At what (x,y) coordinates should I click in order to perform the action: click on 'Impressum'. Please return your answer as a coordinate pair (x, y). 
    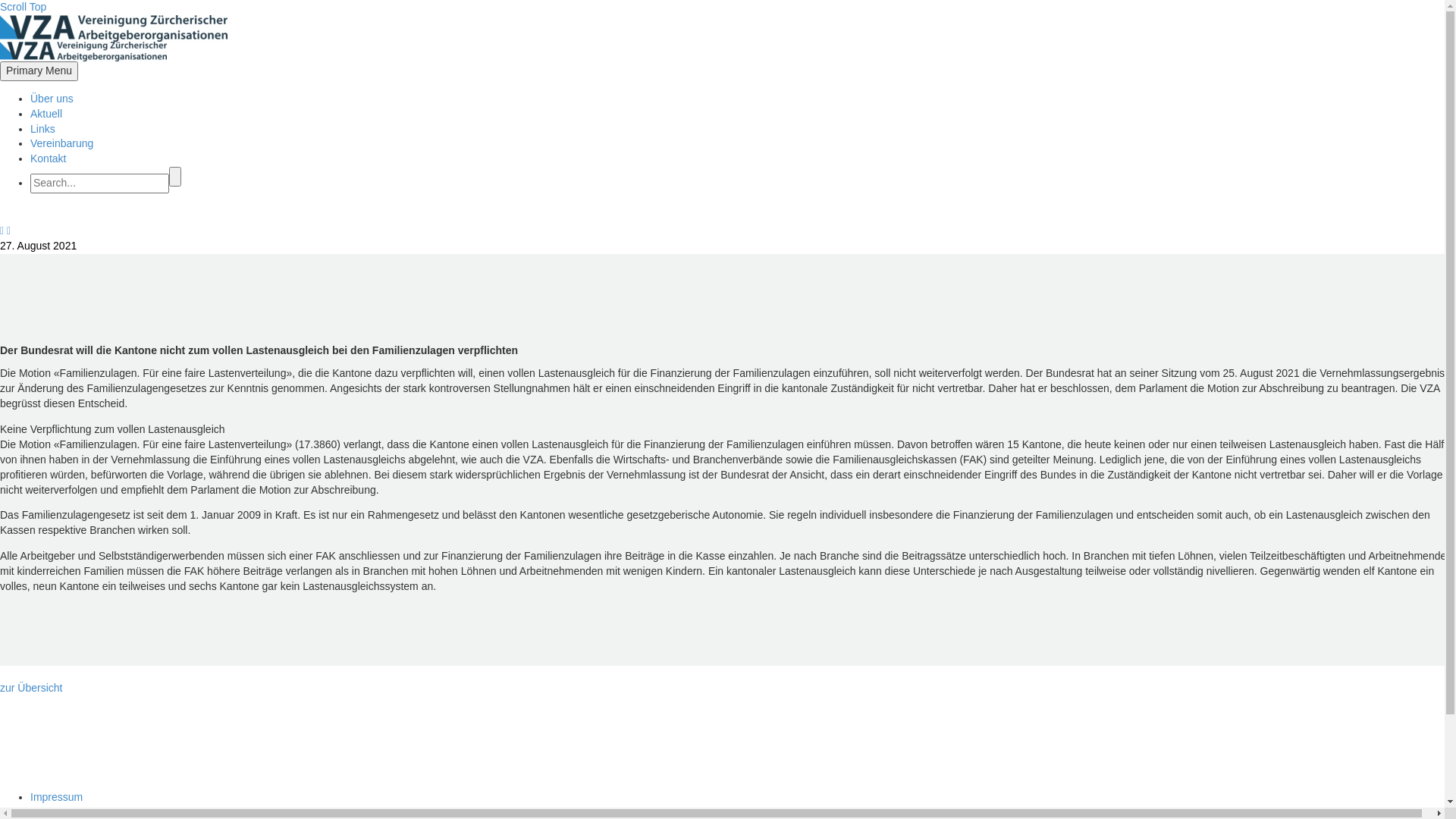
    Looking at the image, I should click on (30, 795).